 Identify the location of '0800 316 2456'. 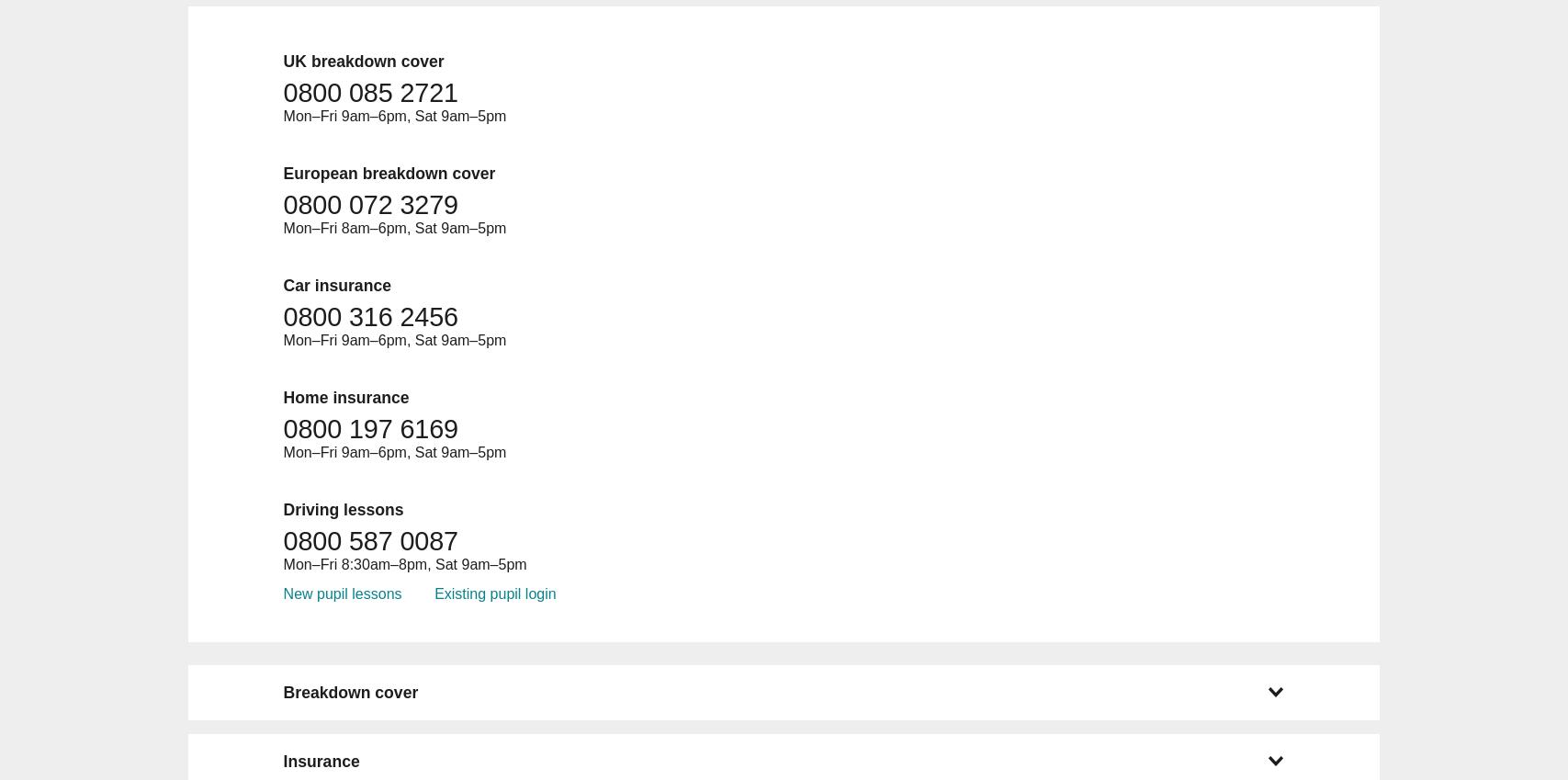
(370, 316).